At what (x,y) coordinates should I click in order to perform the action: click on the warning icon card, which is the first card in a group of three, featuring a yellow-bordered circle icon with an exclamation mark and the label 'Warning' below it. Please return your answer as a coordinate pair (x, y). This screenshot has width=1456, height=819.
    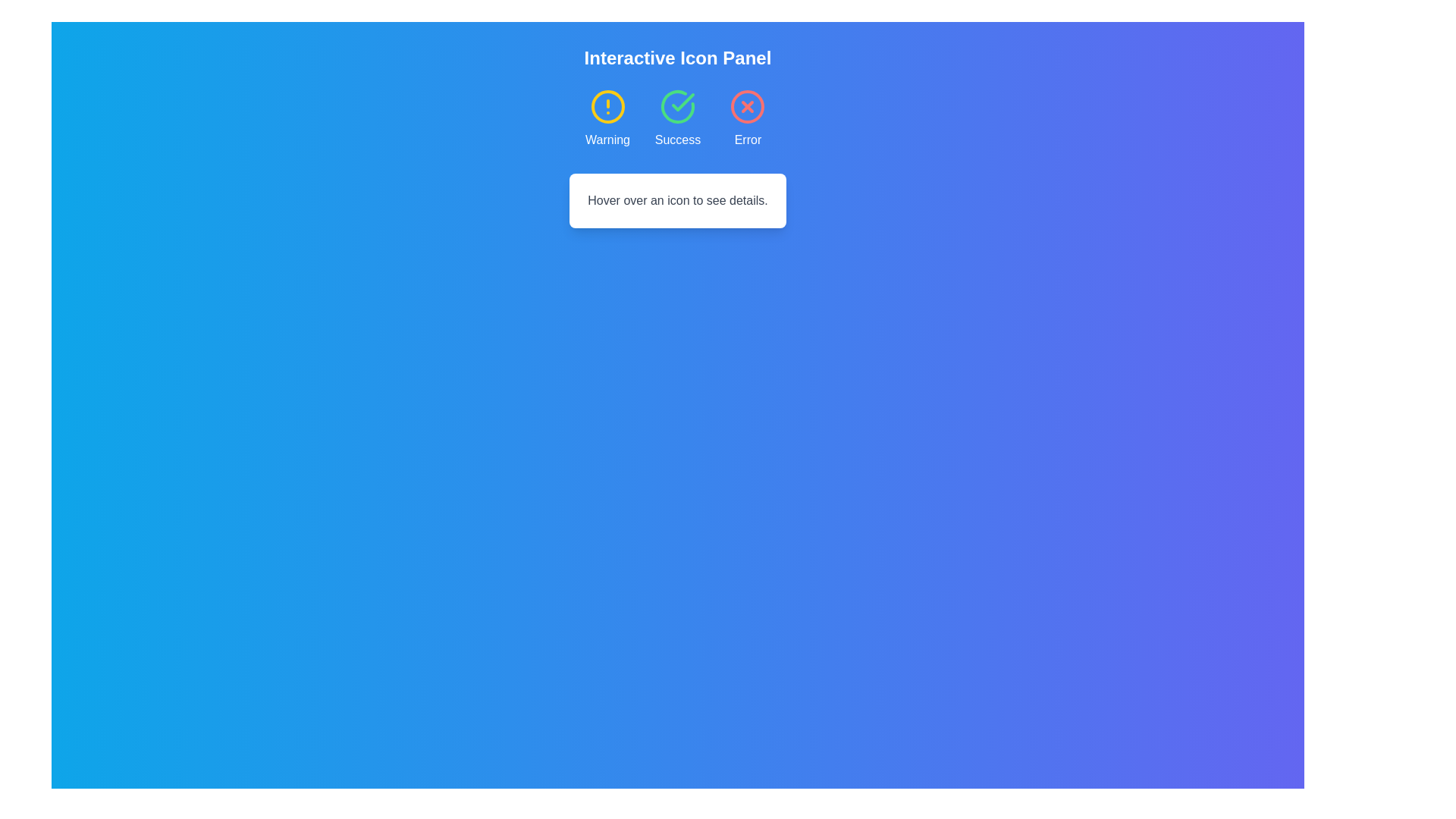
    Looking at the image, I should click on (607, 118).